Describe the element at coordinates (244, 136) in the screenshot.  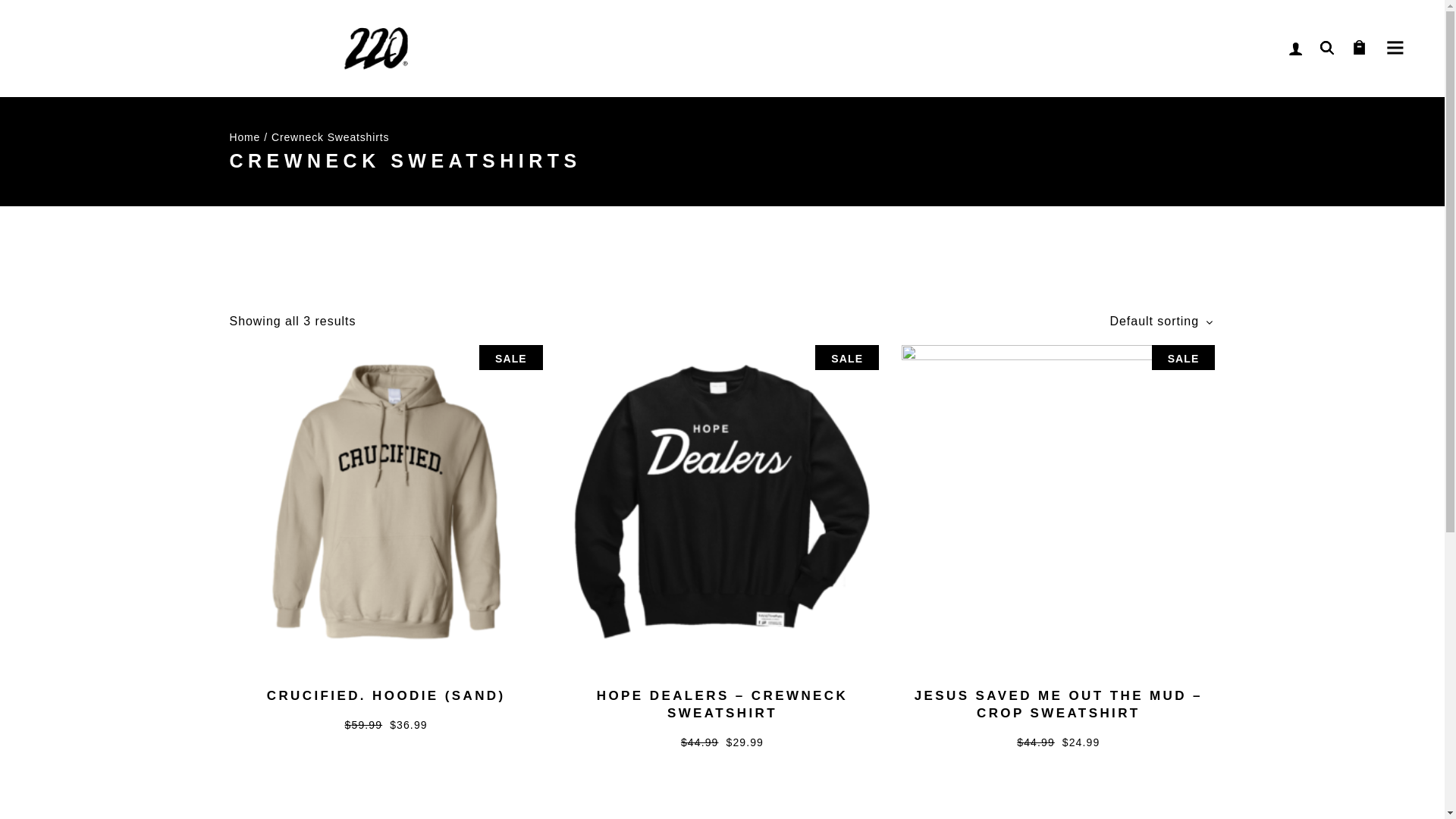
I see `'Home'` at that location.